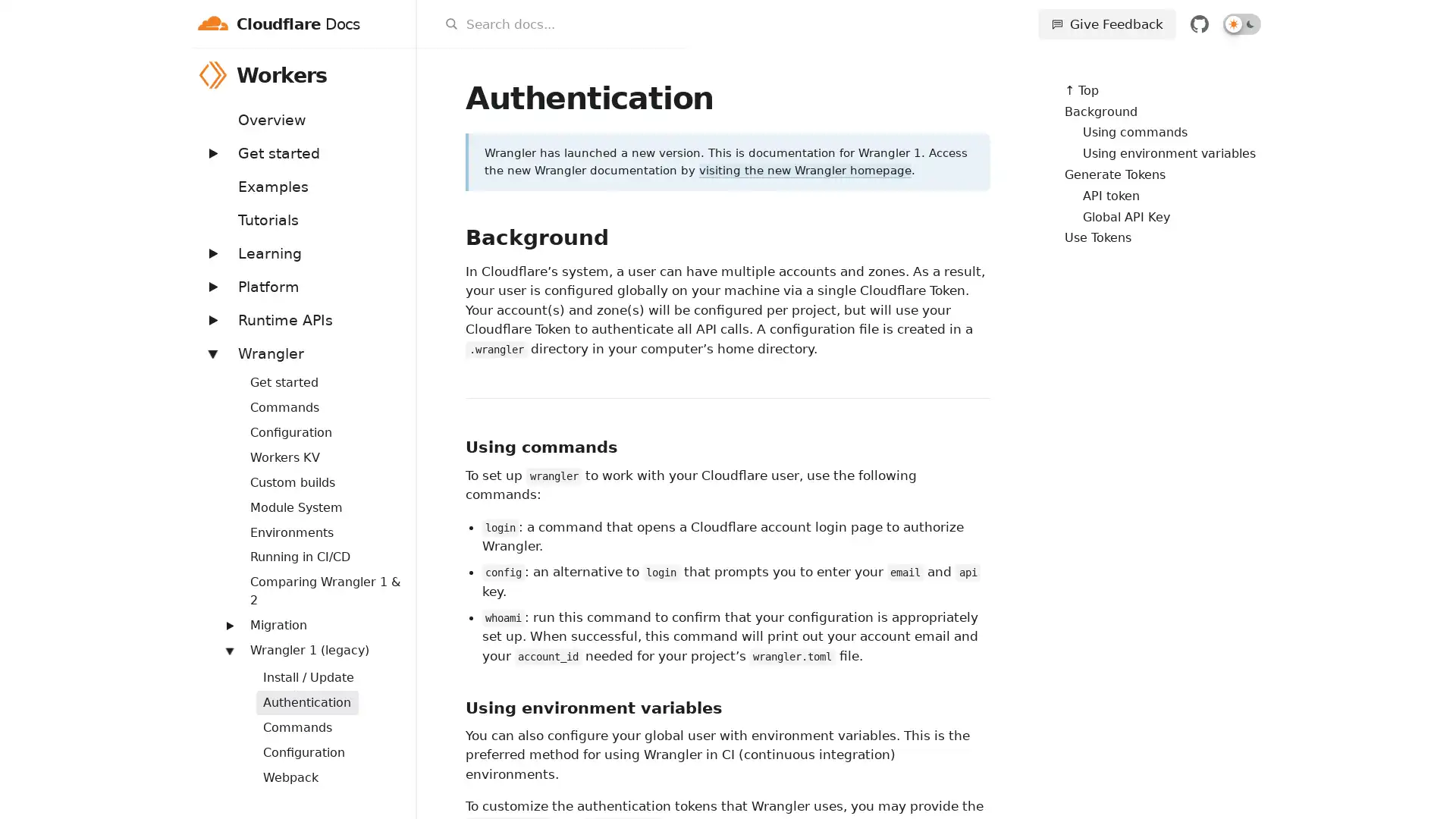  Describe the element at coordinates (211, 286) in the screenshot. I see `Expand: Platform` at that location.